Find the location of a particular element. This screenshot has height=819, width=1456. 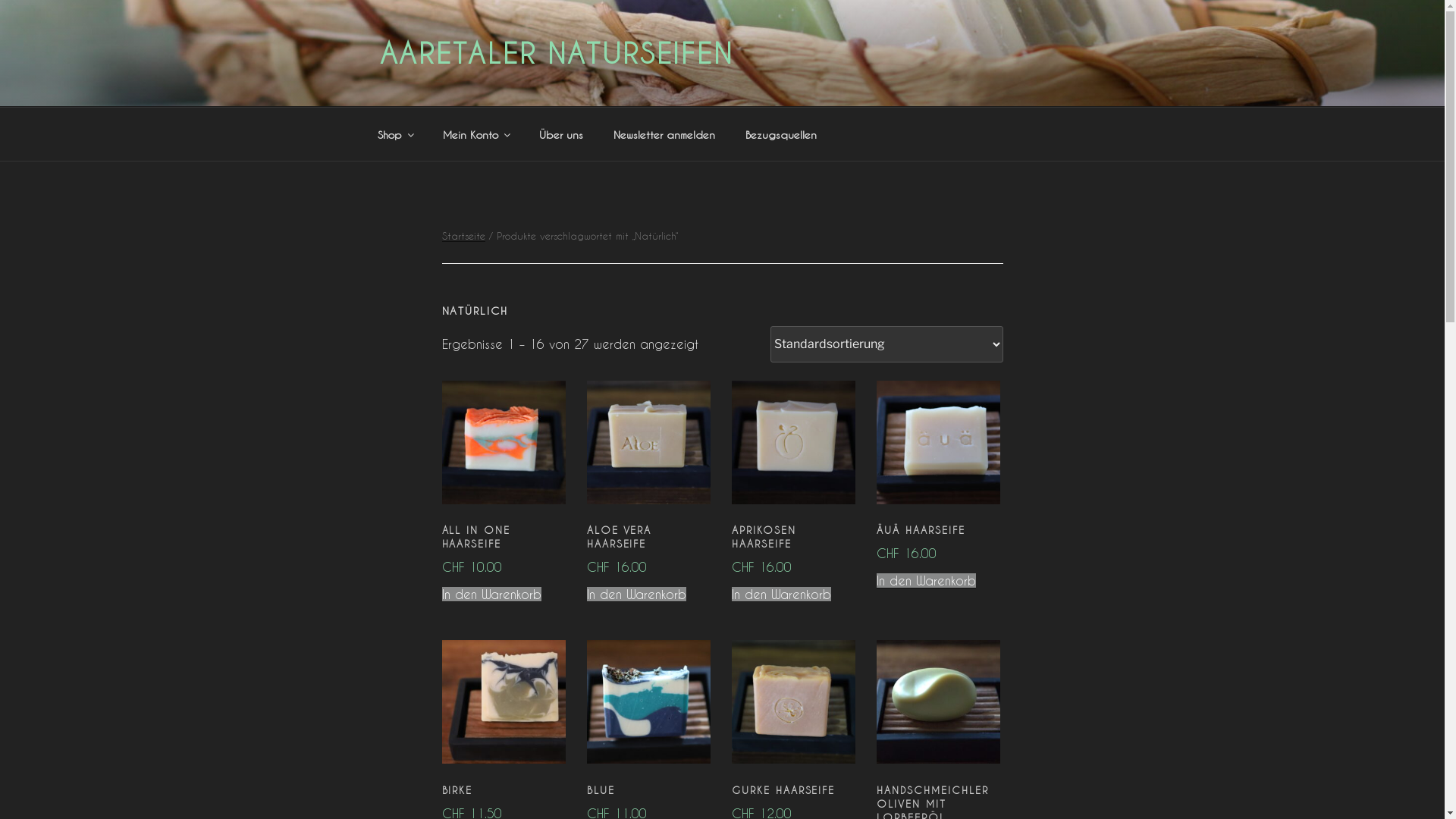

'In den Warenkorb' is located at coordinates (781, 593).